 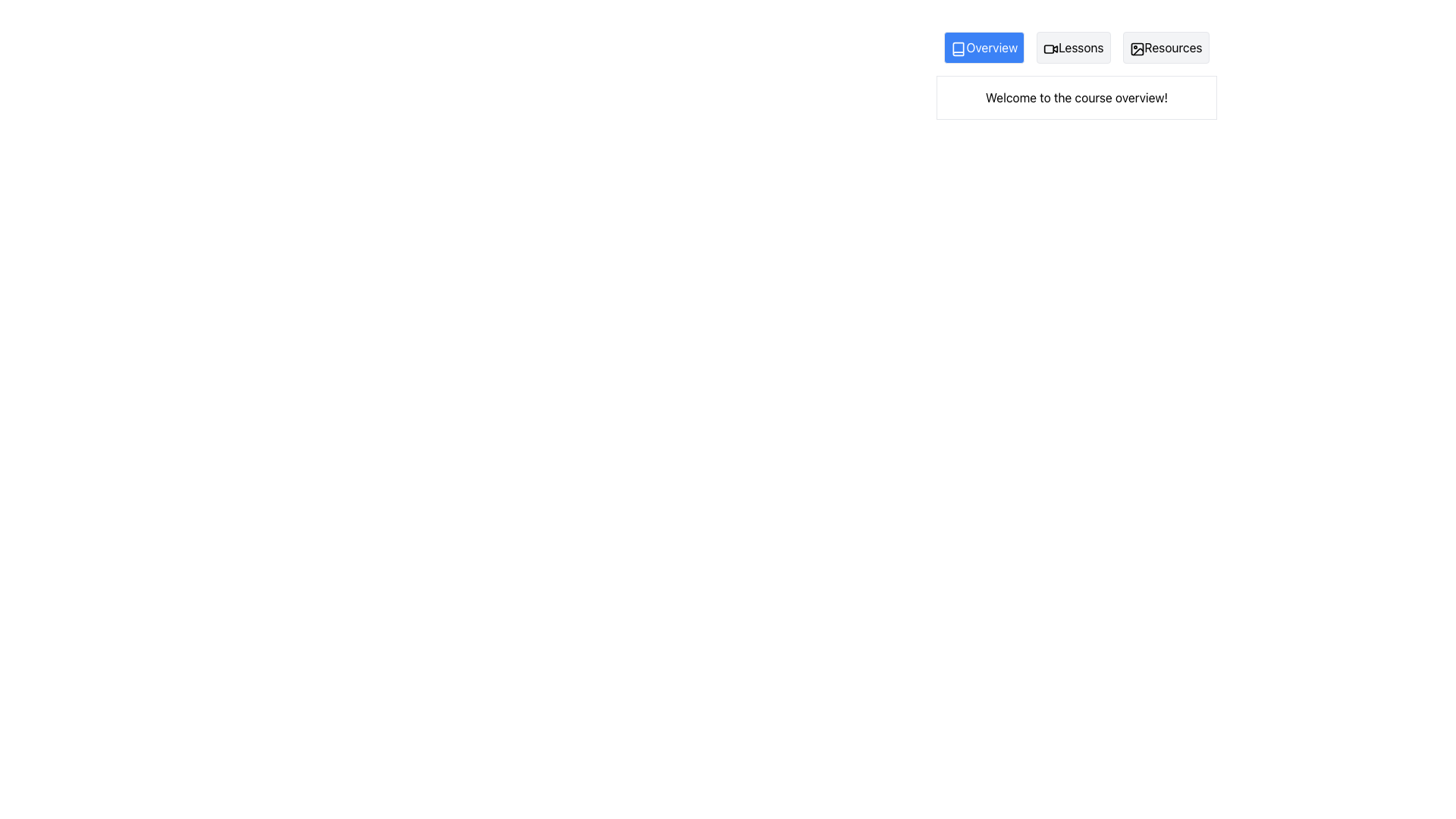 What do you see at coordinates (984, 46) in the screenshot?
I see `the first button labeled 'Overview' with a blue background and white text, located at the upper-right area of the interface` at bounding box center [984, 46].